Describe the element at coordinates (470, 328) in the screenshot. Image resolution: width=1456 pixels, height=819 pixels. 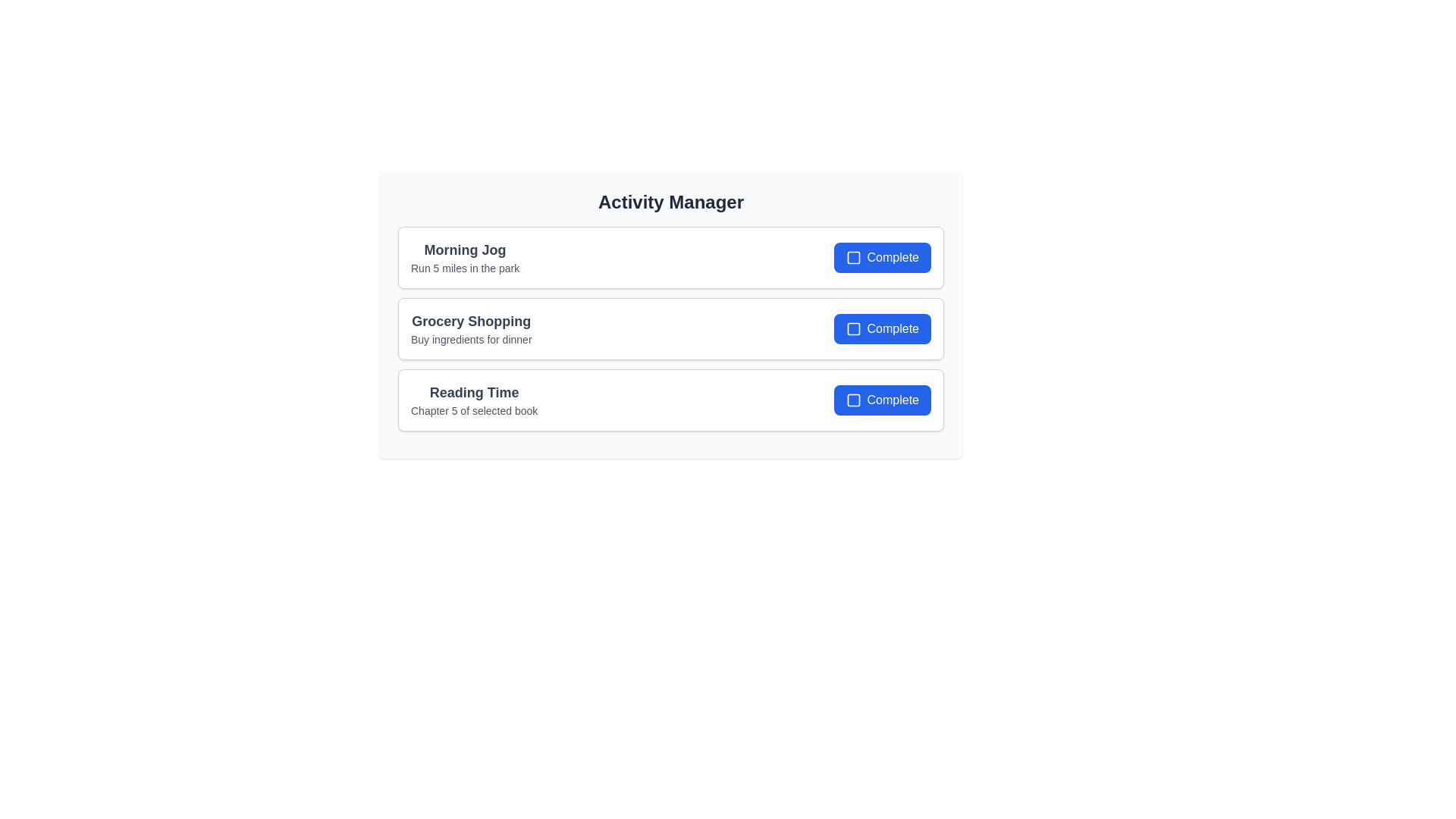
I see `the text element representing a to-do list item, specifically the one between 'Morning Jog' and 'Reading Time', located on the left-hand side of the 'Complete' button` at that location.